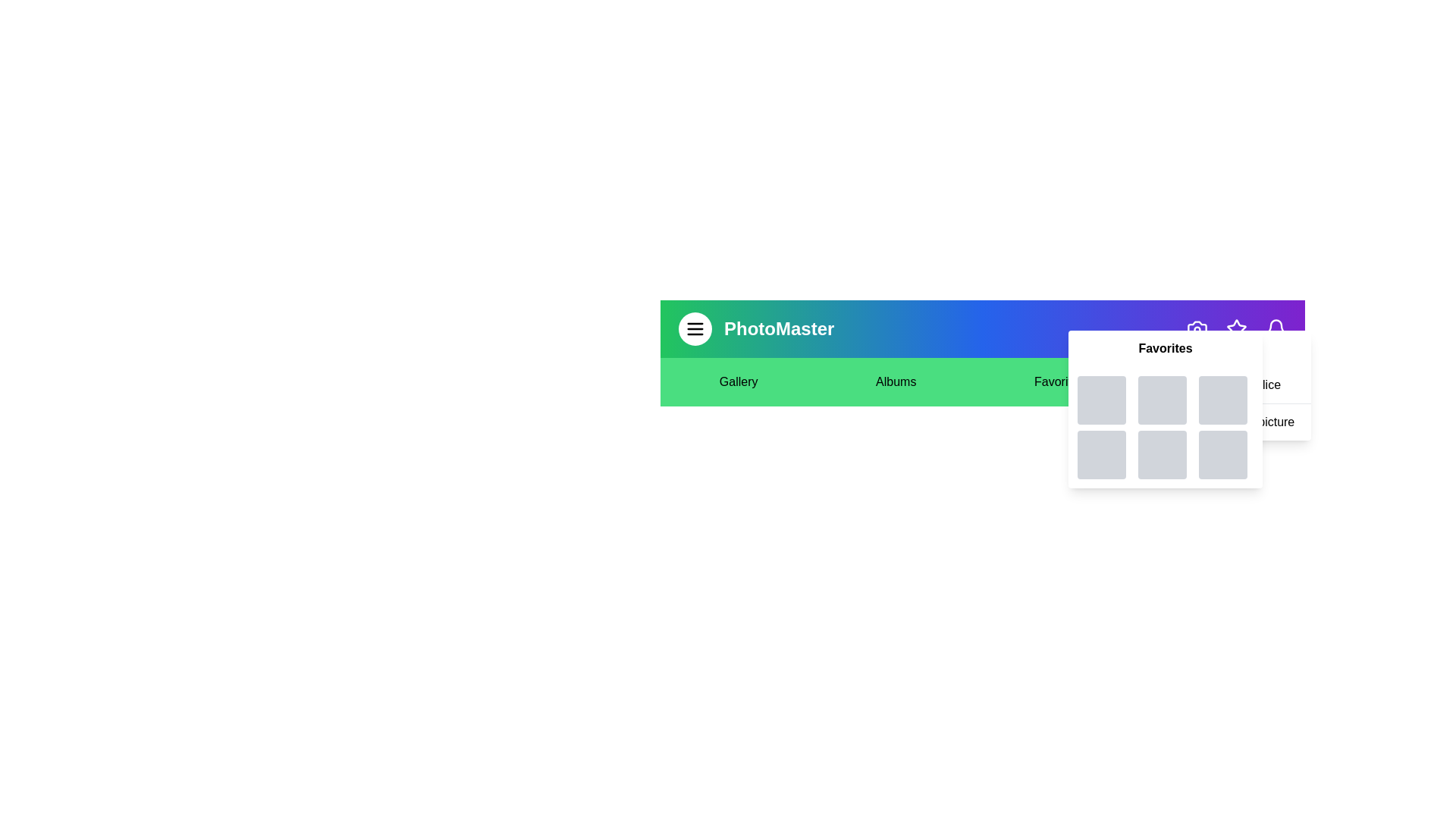 This screenshot has width=1456, height=819. What do you see at coordinates (1237, 328) in the screenshot?
I see `the 'Star' icon button to toggle the visibility of the favorites section` at bounding box center [1237, 328].